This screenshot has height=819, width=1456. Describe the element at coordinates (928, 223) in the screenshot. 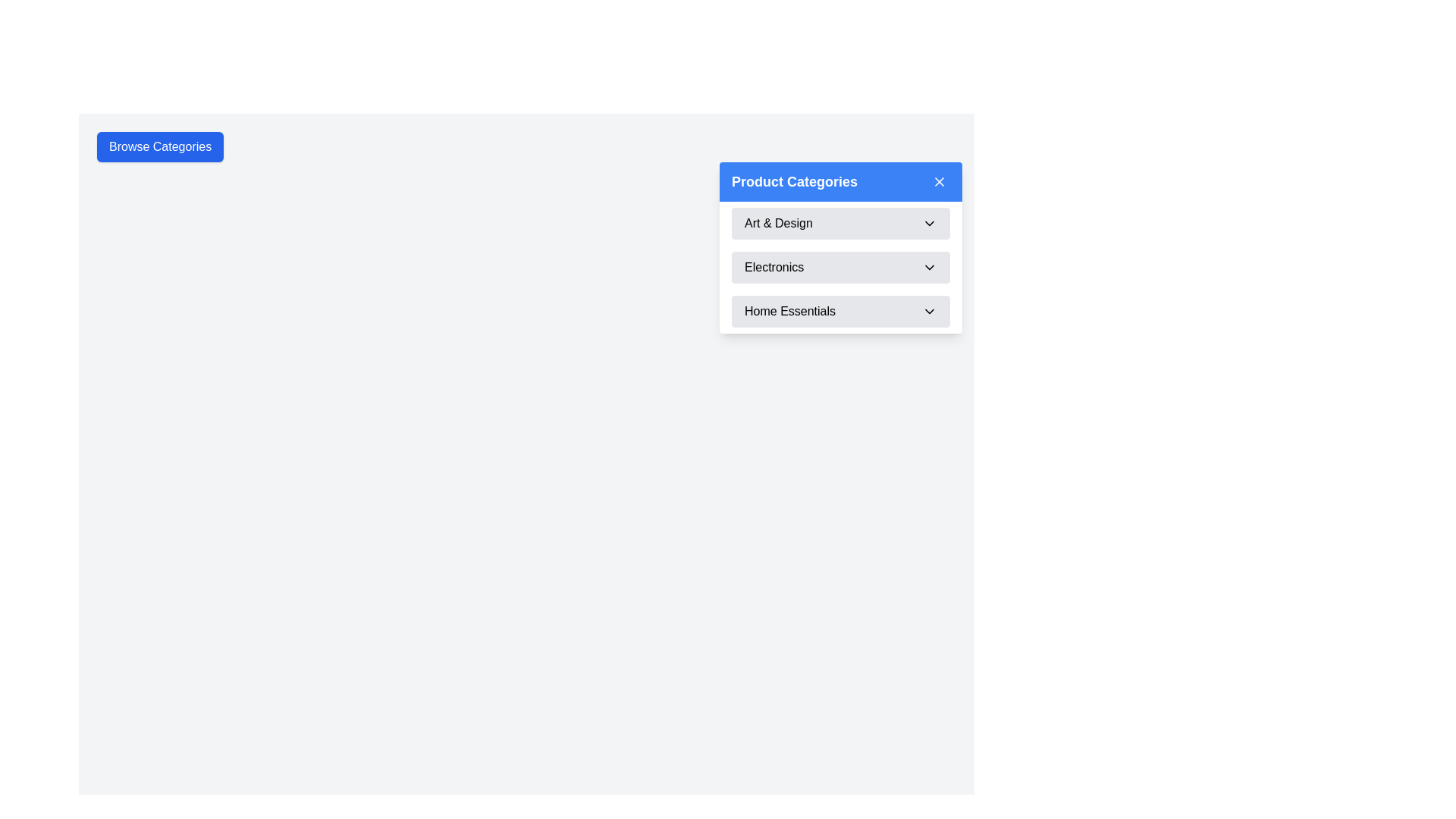

I see `the downward-pointing chevron icon` at that location.